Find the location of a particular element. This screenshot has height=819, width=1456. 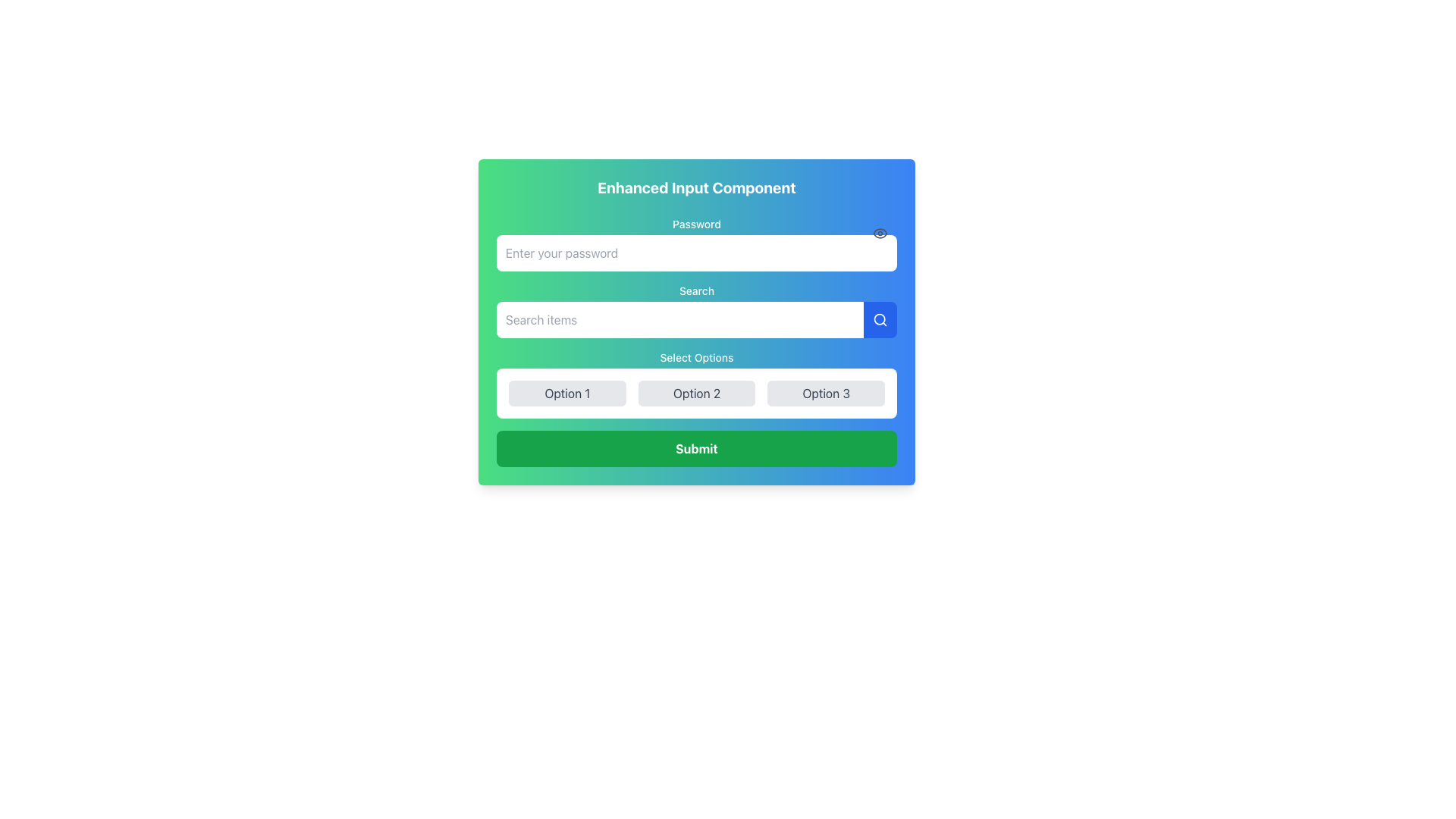

the circular graphical component that is part of the magnifying glass icon located to the right of the search input field is located at coordinates (880, 318).